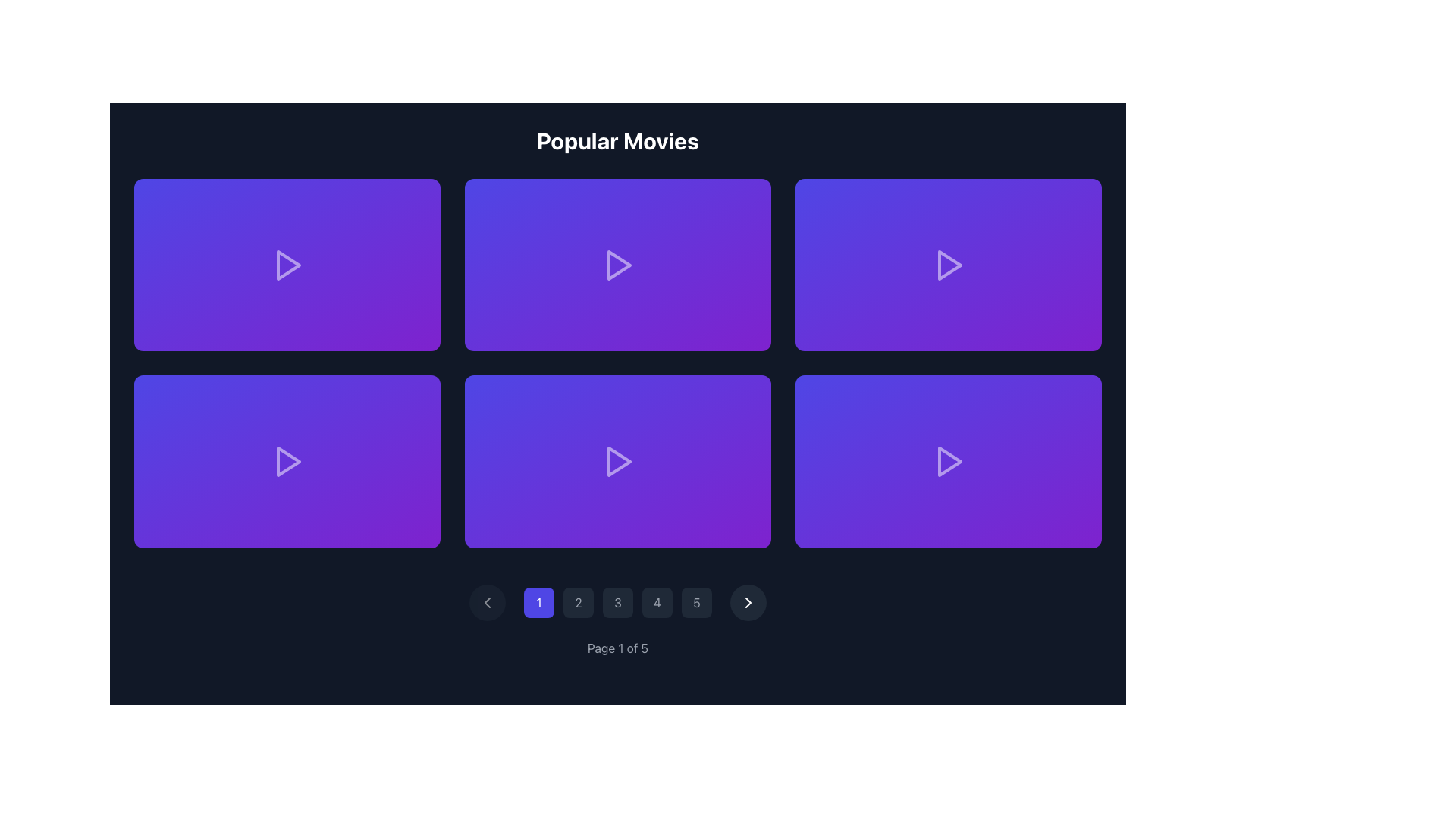 This screenshot has width=1456, height=819. I want to click on the play icon located in the third card of the first row under the 'Popular Movies' title to play the associated media, so click(949, 263).